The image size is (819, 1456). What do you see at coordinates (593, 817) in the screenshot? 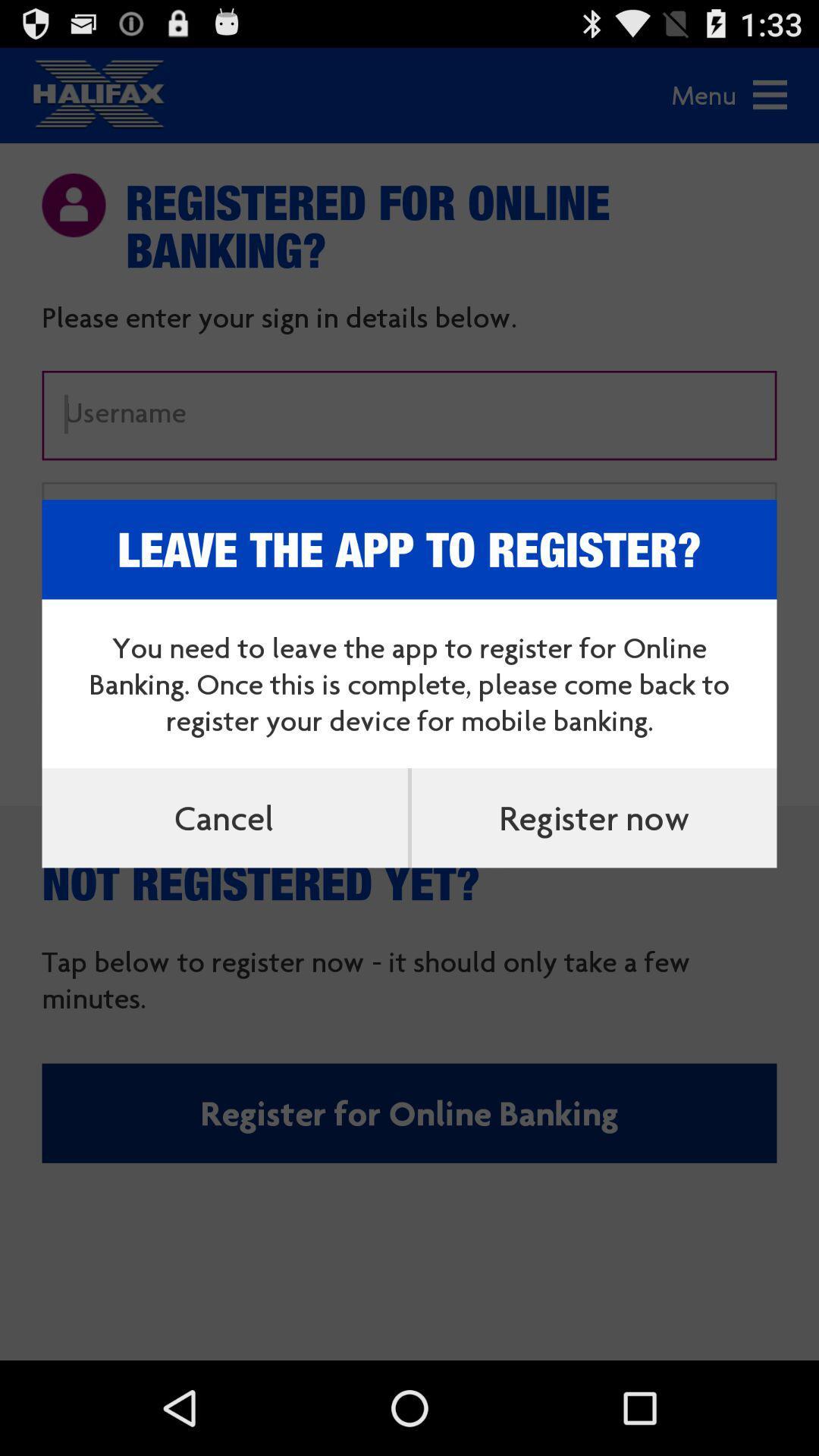
I see `register now` at bounding box center [593, 817].